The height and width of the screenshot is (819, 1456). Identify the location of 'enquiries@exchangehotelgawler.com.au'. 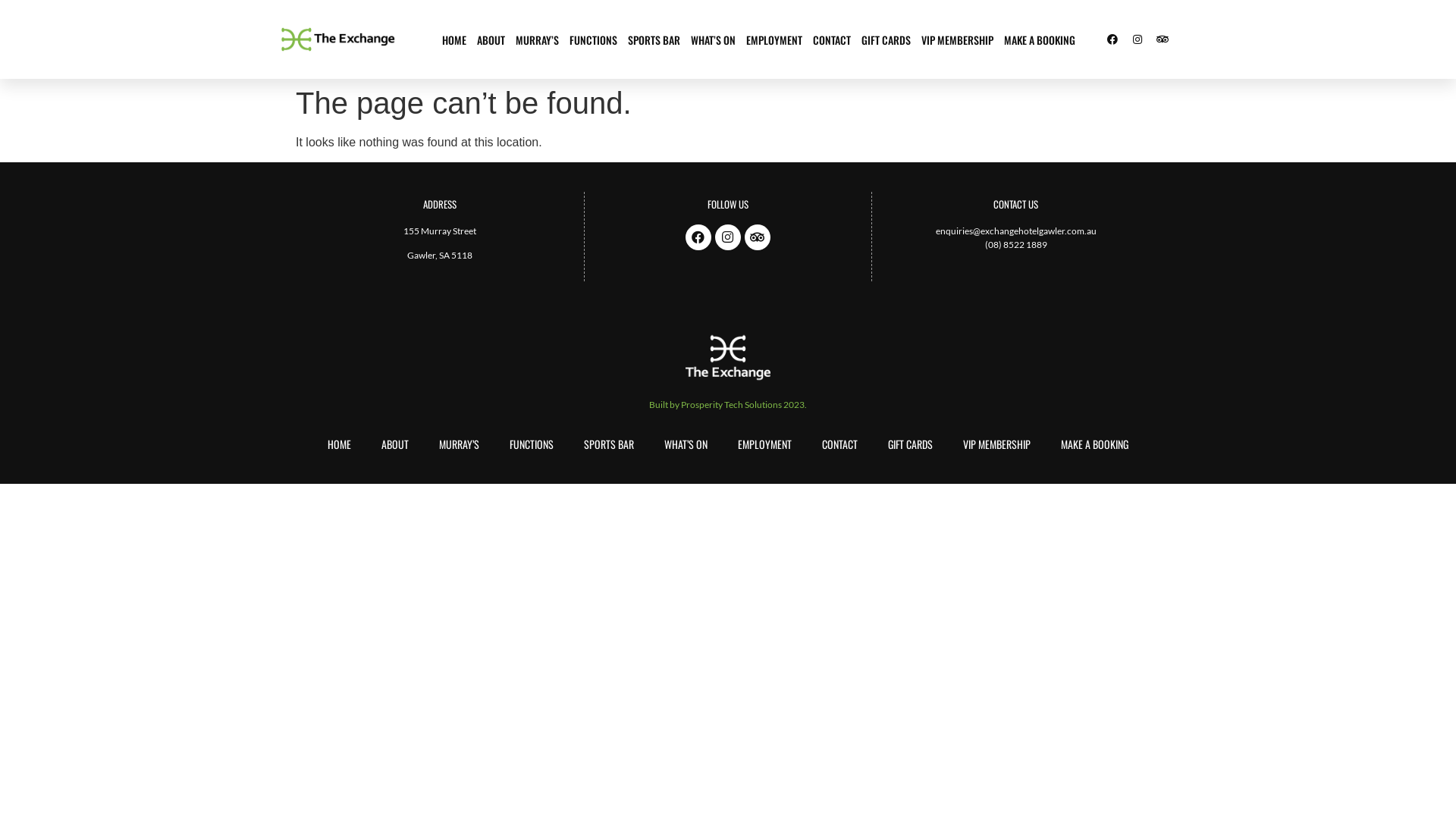
(934, 231).